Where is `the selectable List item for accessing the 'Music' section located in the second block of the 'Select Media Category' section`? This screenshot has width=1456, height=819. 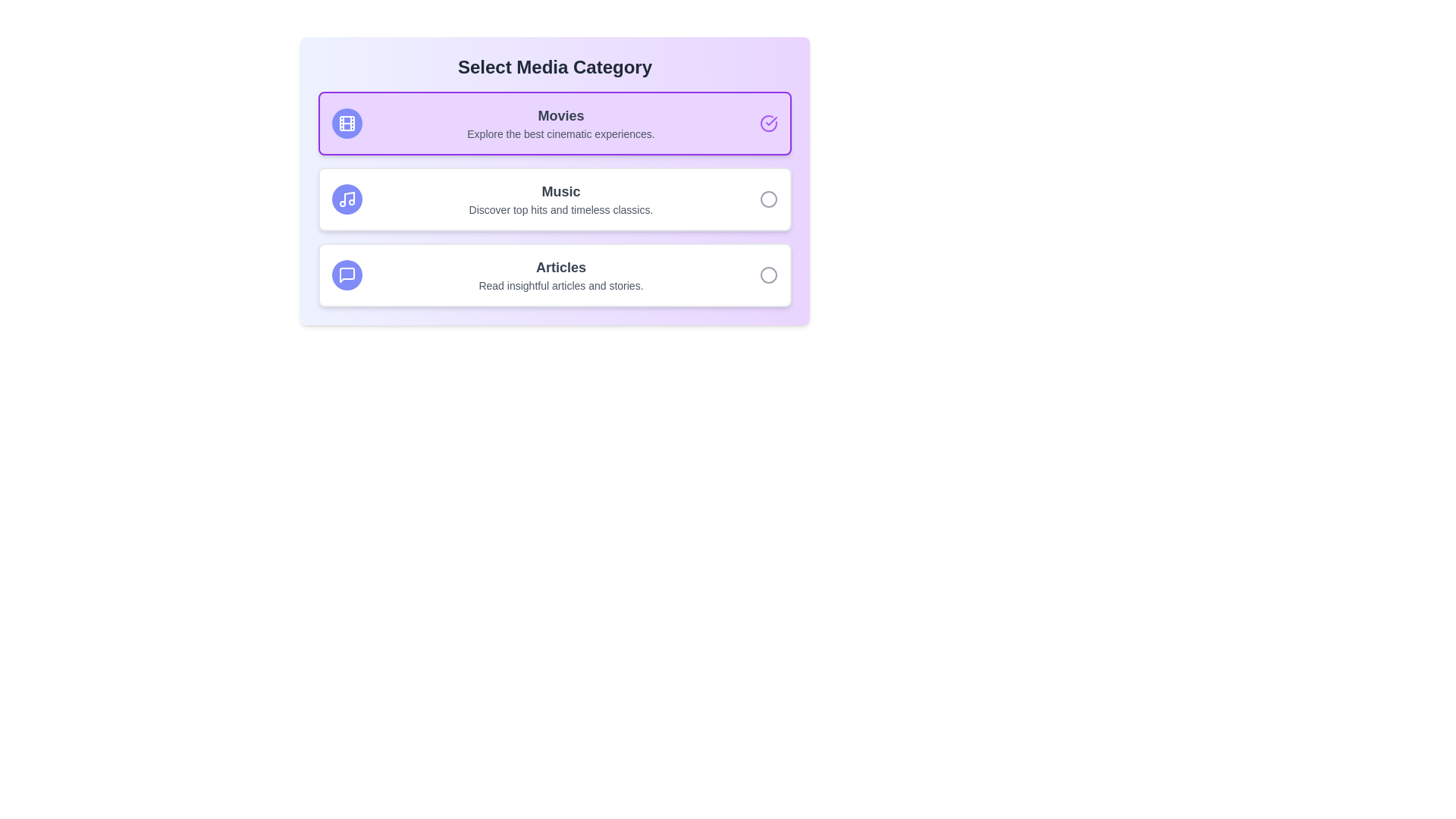 the selectable List item for accessing the 'Music' section located in the second block of the 'Select Media Category' section is located at coordinates (554, 198).